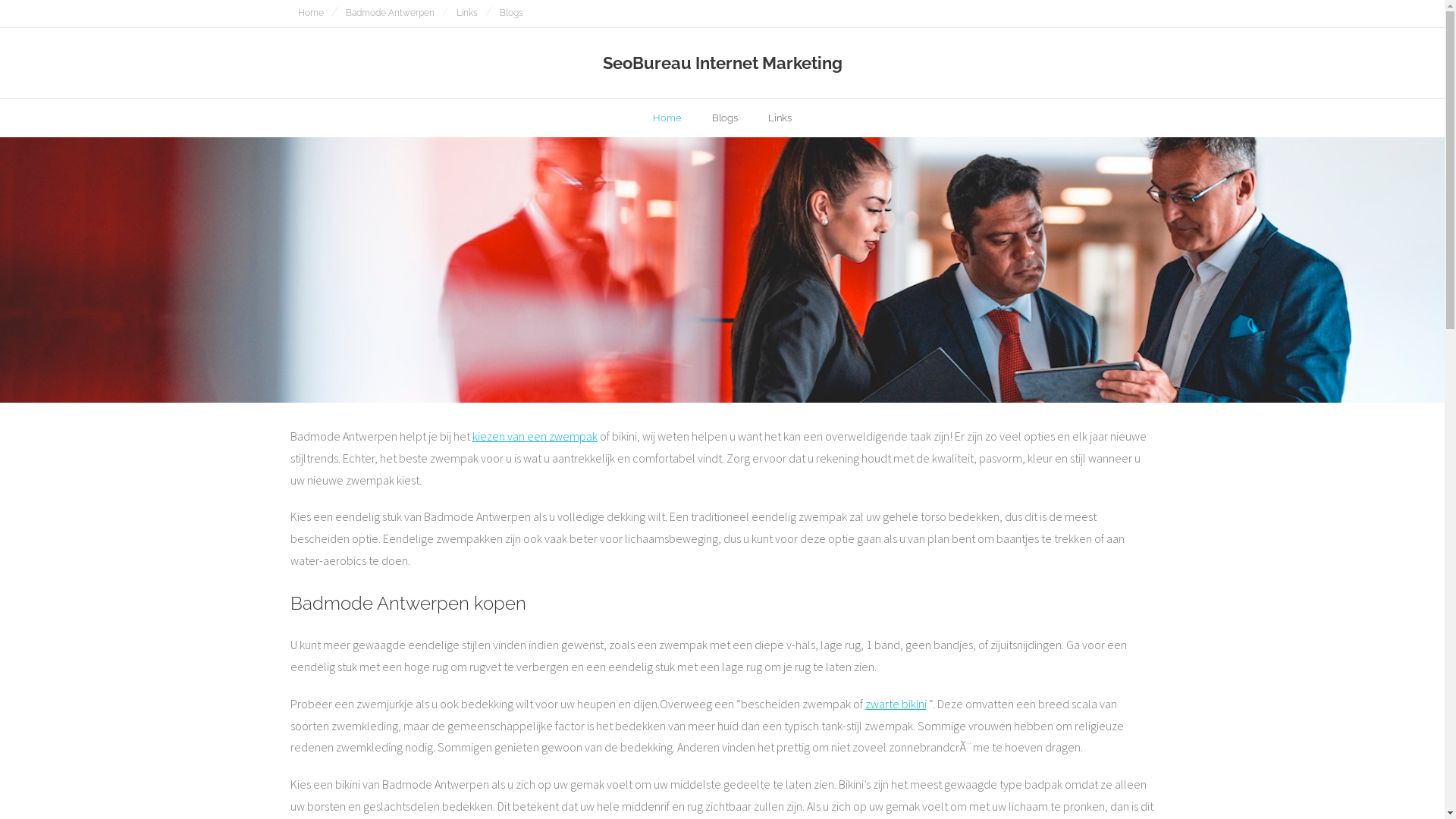  What do you see at coordinates (753, 117) in the screenshot?
I see `'Links'` at bounding box center [753, 117].